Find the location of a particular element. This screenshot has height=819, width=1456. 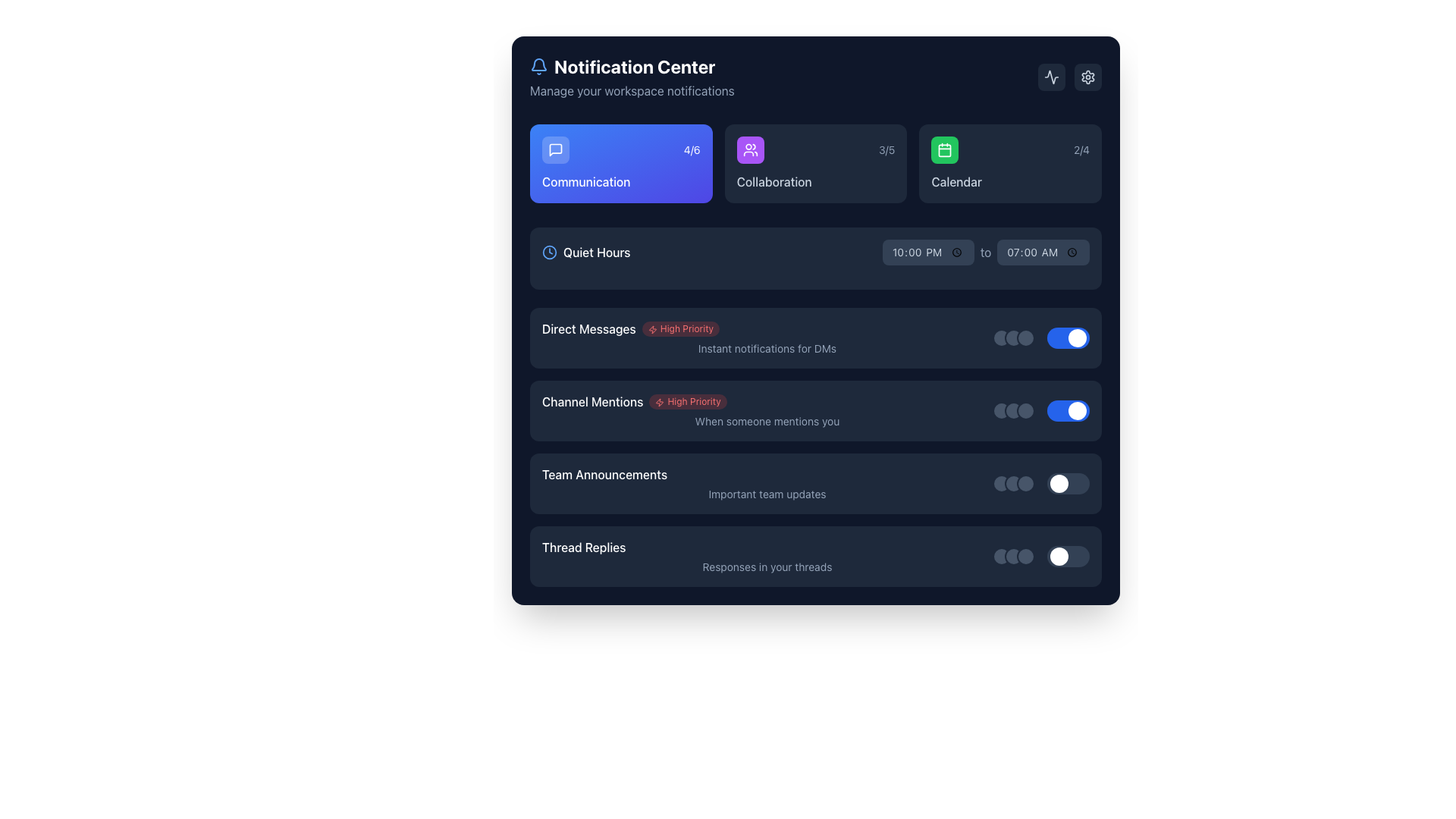

the 'Direct Messages' text display element, which includes the title 'Direct Messages' and a 'High Priority' label is located at coordinates (767, 337).